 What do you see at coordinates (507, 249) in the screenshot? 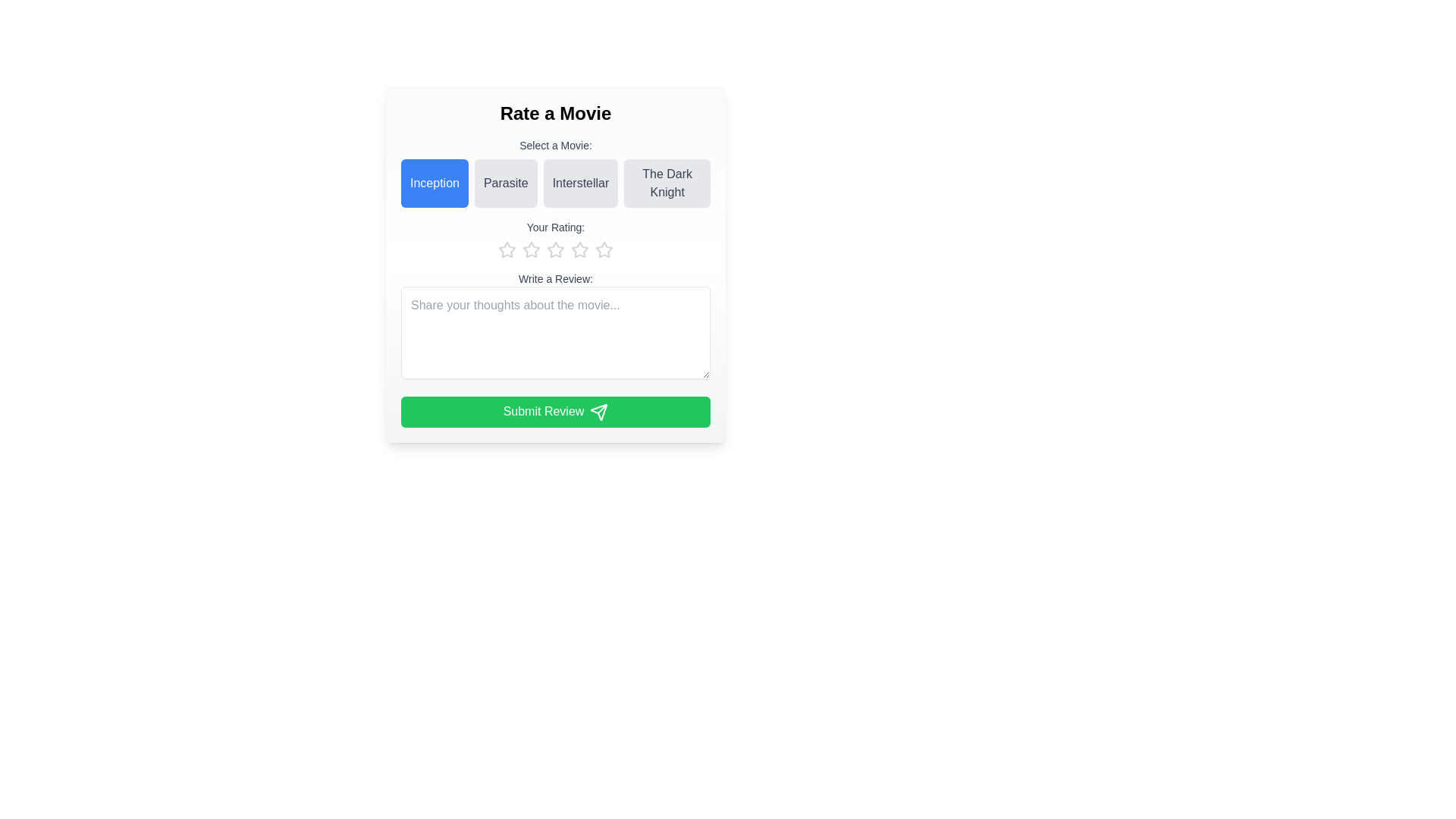
I see `the first star icon in the rating system` at bounding box center [507, 249].